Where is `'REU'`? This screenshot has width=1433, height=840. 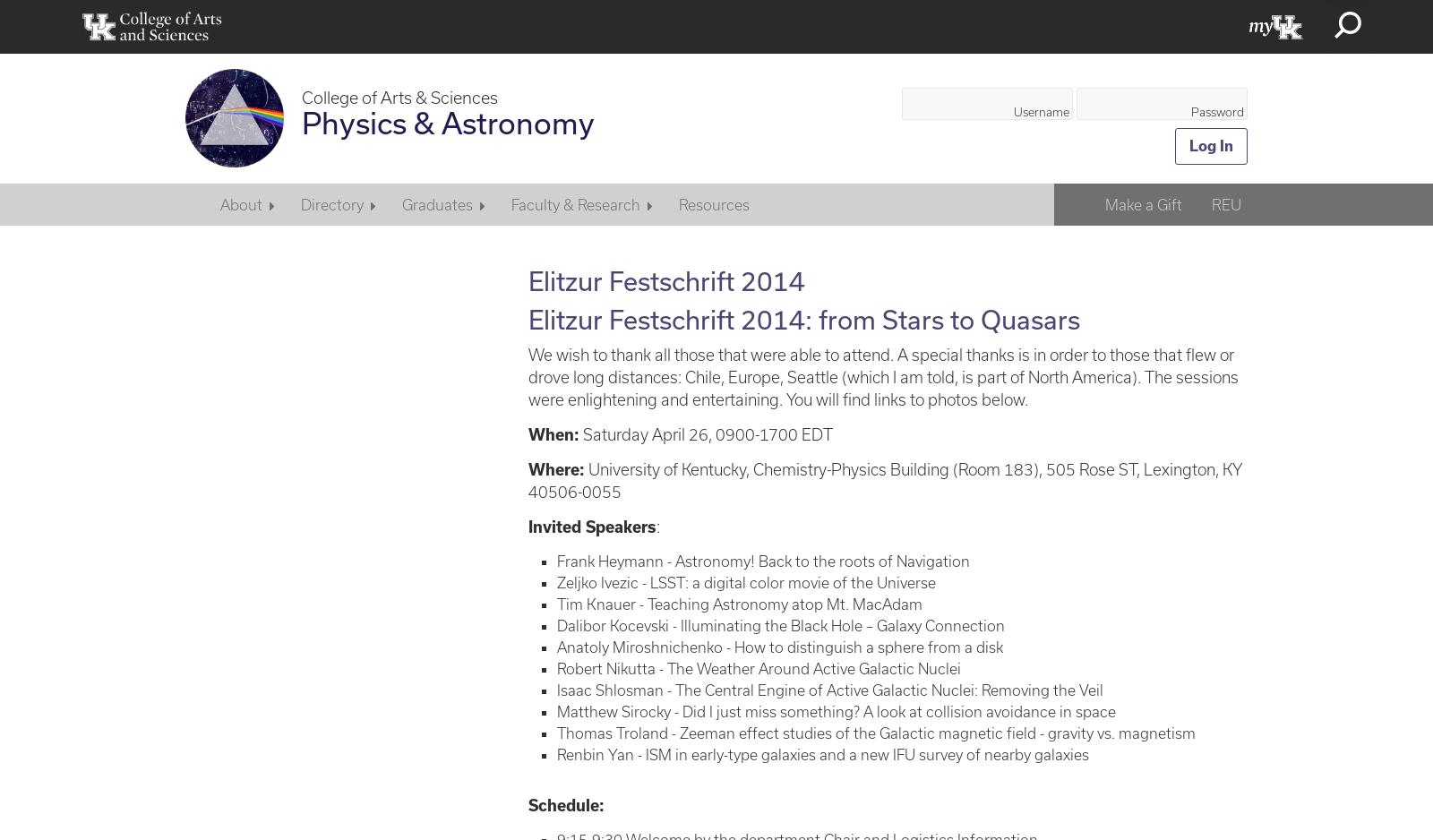
'REU' is located at coordinates (1224, 203).